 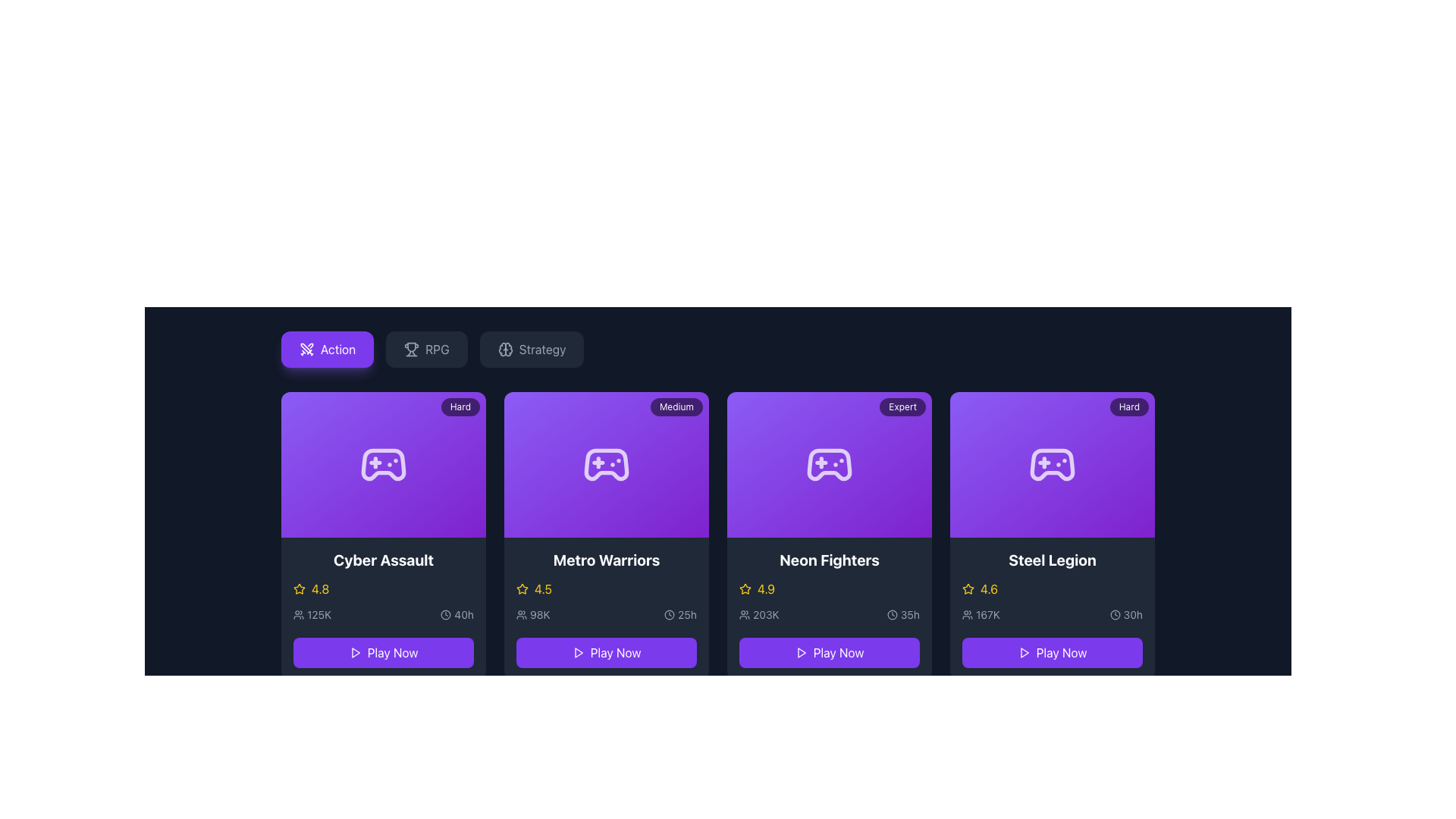 What do you see at coordinates (1061, 651) in the screenshot?
I see `the 'Play Now' text within the button at the bottom-center of the 'Steel Legion' game card for visual feedback` at bounding box center [1061, 651].